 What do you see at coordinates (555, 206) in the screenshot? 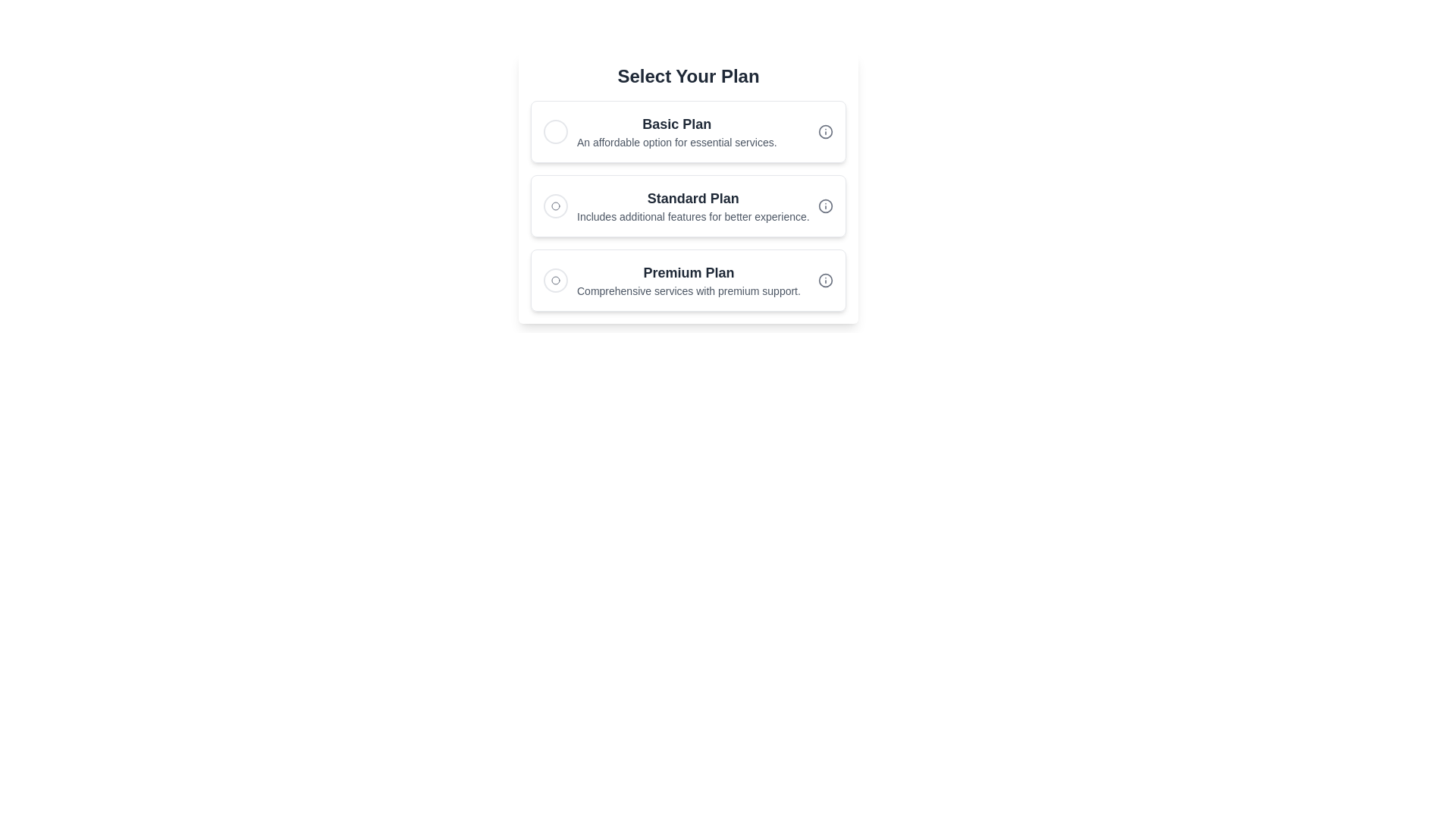
I see `the radio button for the 'Standard Plan' option` at bounding box center [555, 206].